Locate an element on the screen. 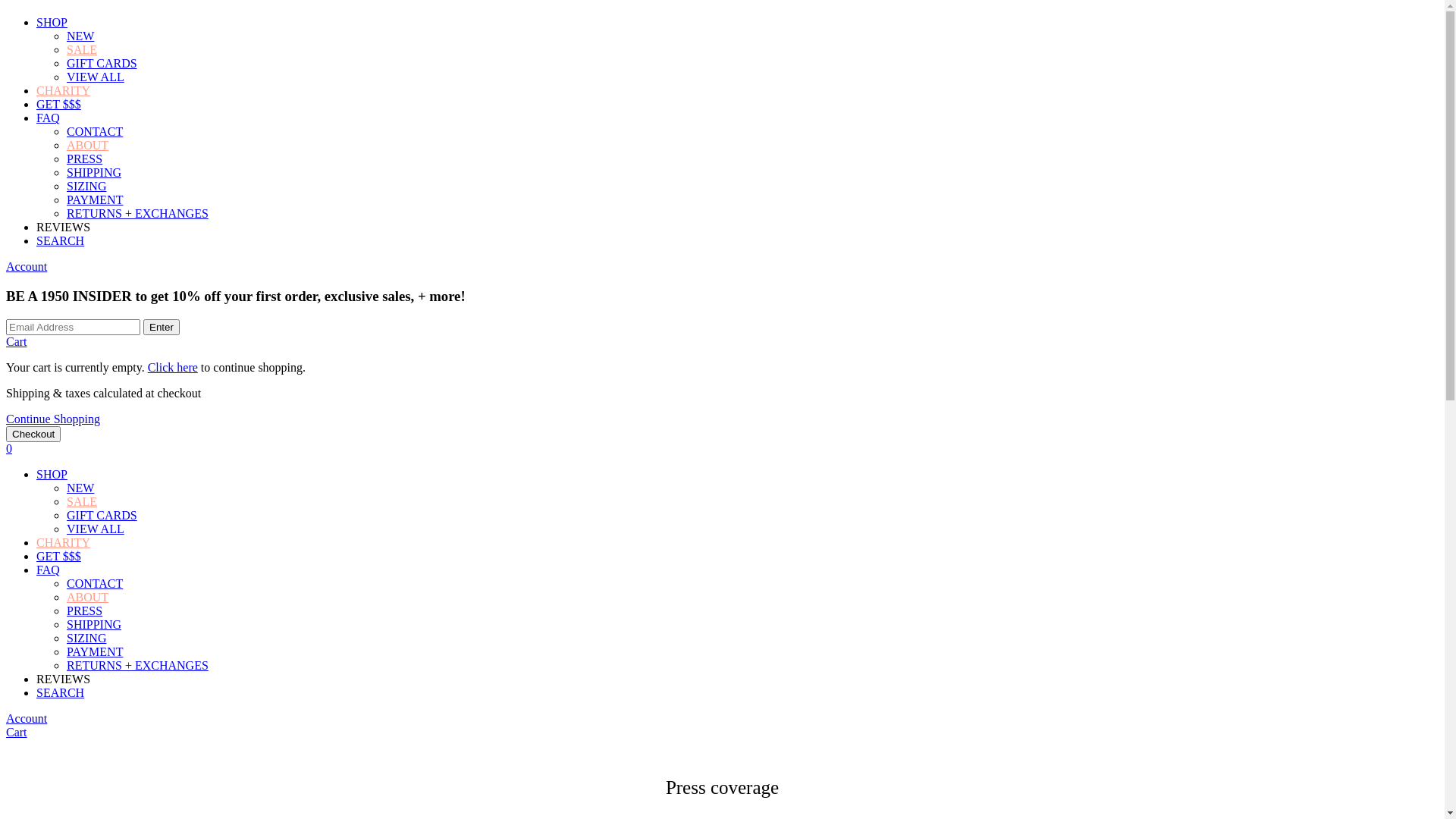 The width and height of the screenshot is (1456, 819). 'Enter' is located at coordinates (161, 326).